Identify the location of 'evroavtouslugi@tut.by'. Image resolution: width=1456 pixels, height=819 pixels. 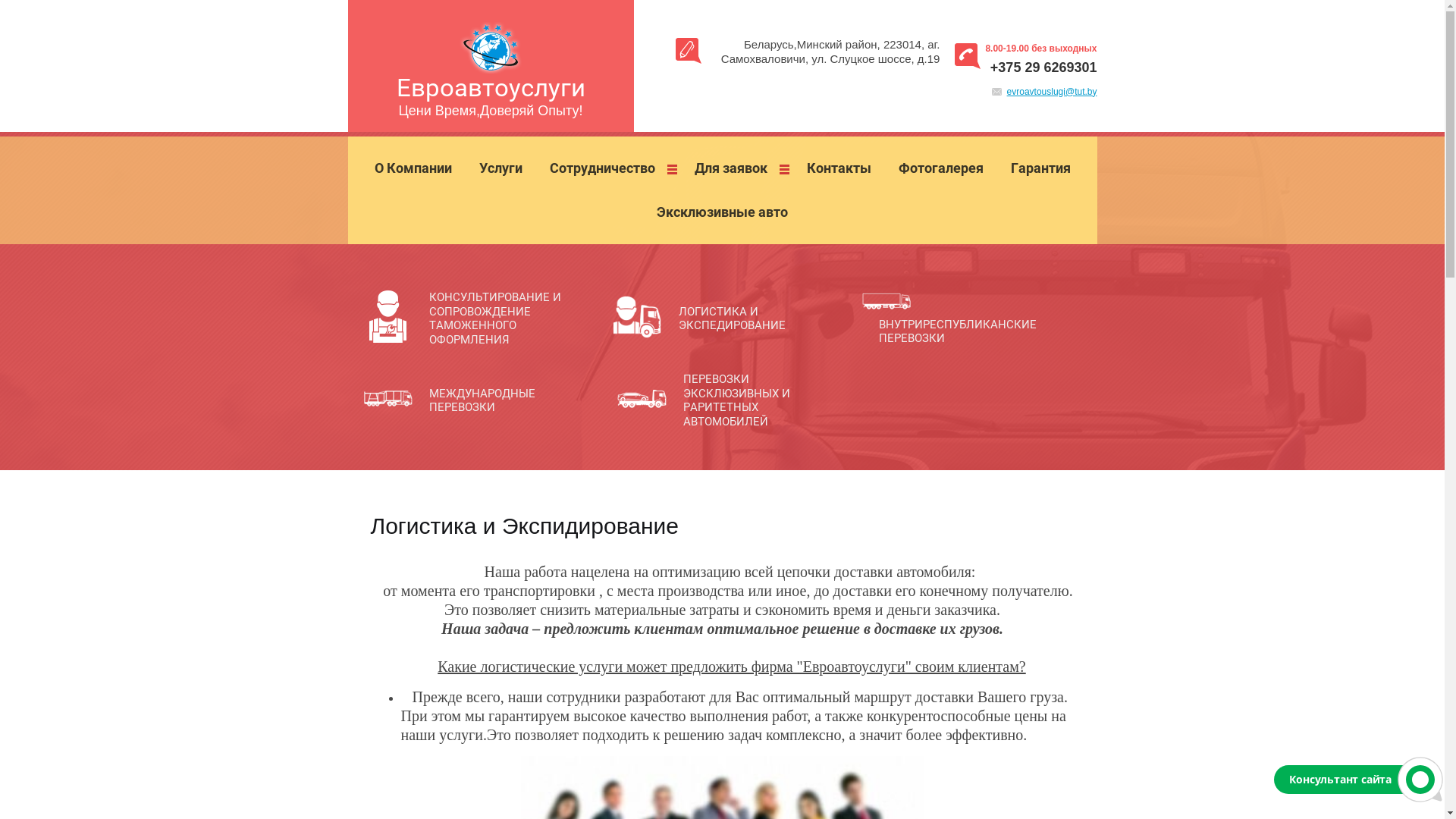
(1051, 91).